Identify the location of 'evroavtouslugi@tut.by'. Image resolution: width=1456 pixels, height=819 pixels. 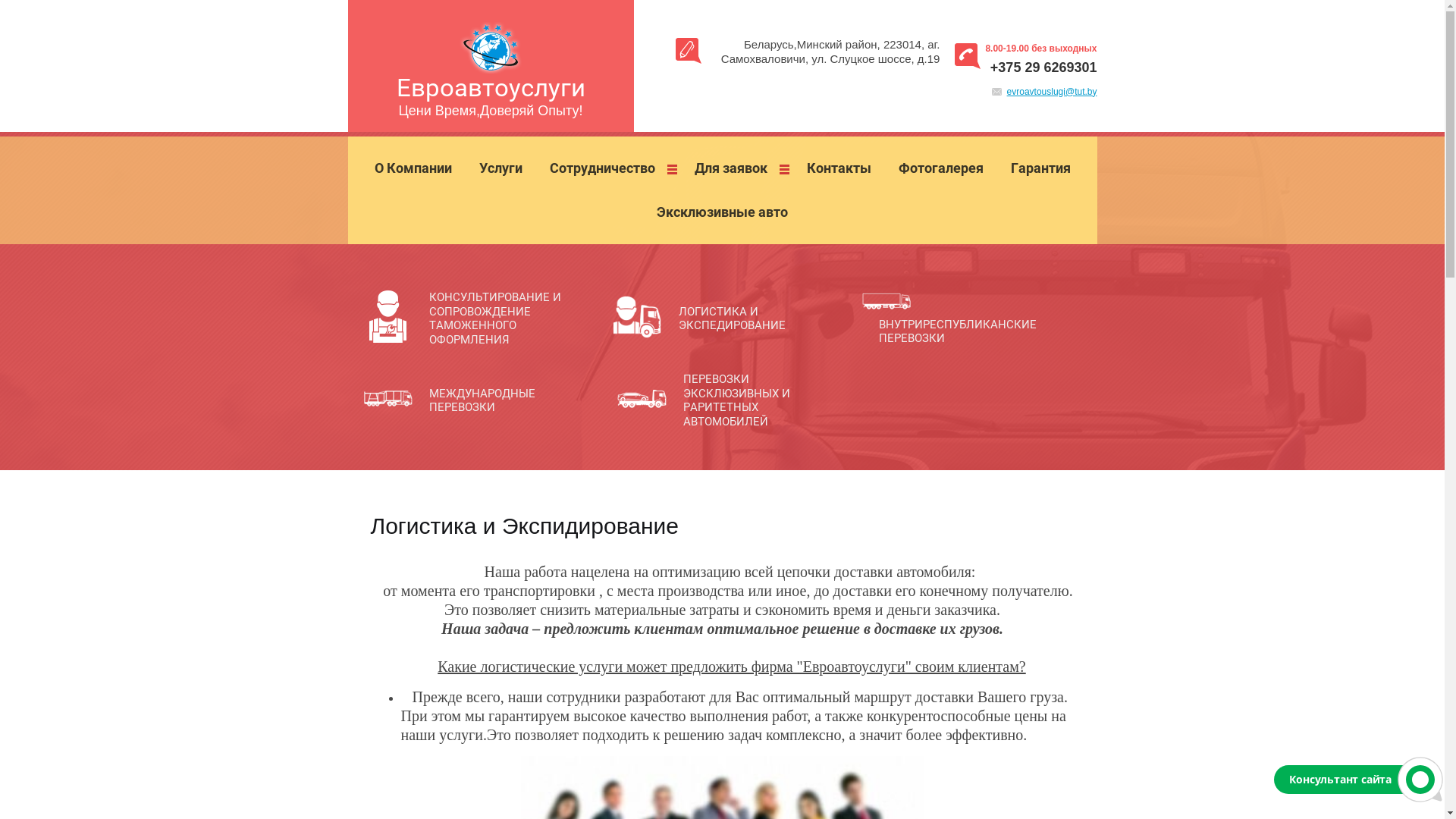
(1051, 91).